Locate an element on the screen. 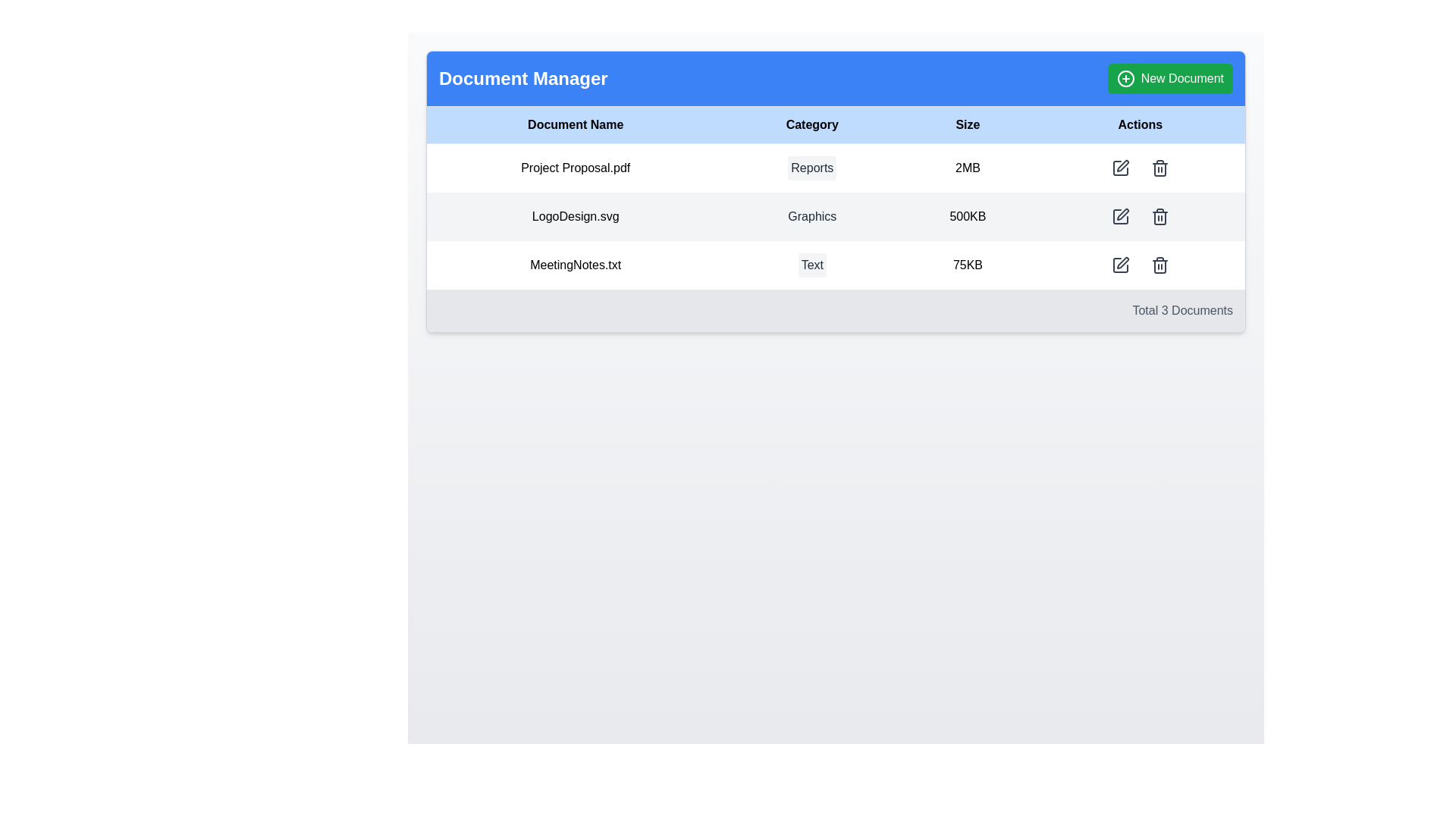  the 'Document Manager' header which is a prominent, bold text in a blue banner at the top of the interface is located at coordinates (523, 79).